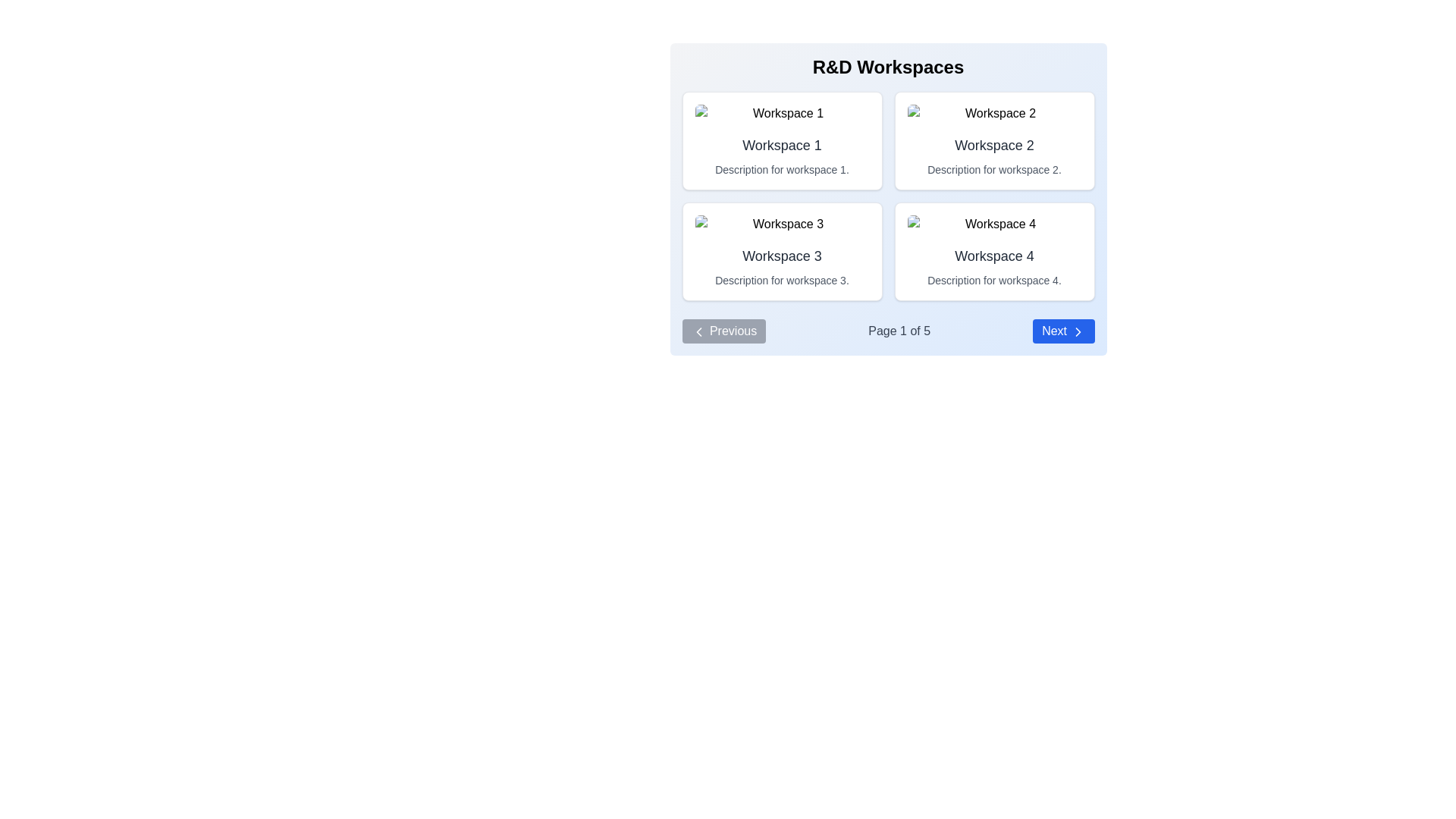  Describe the element at coordinates (994, 281) in the screenshot. I see `the text label that provides descriptive text for 'Workspace 4', located in the bottom section of the card in the bottom-right quadrant of the grid layout` at that location.